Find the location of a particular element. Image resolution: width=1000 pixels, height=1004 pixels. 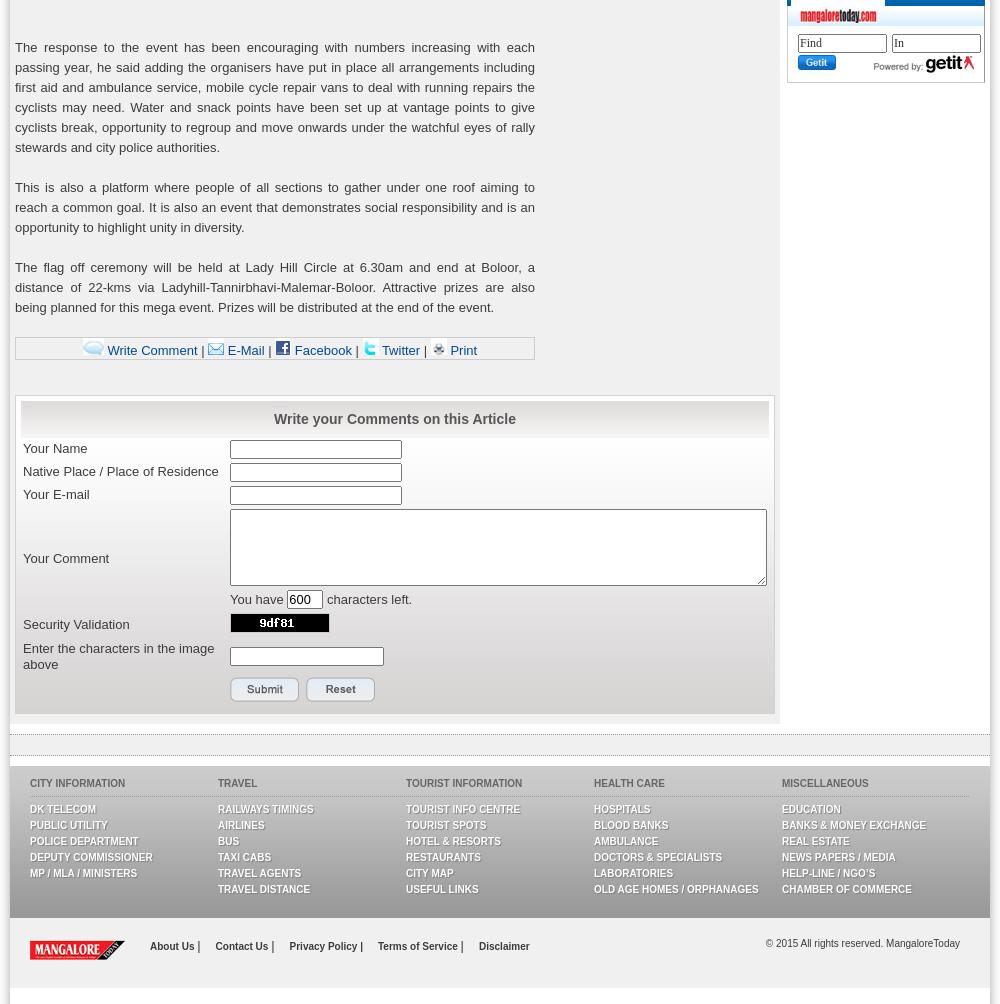

'Print' is located at coordinates (460, 349).